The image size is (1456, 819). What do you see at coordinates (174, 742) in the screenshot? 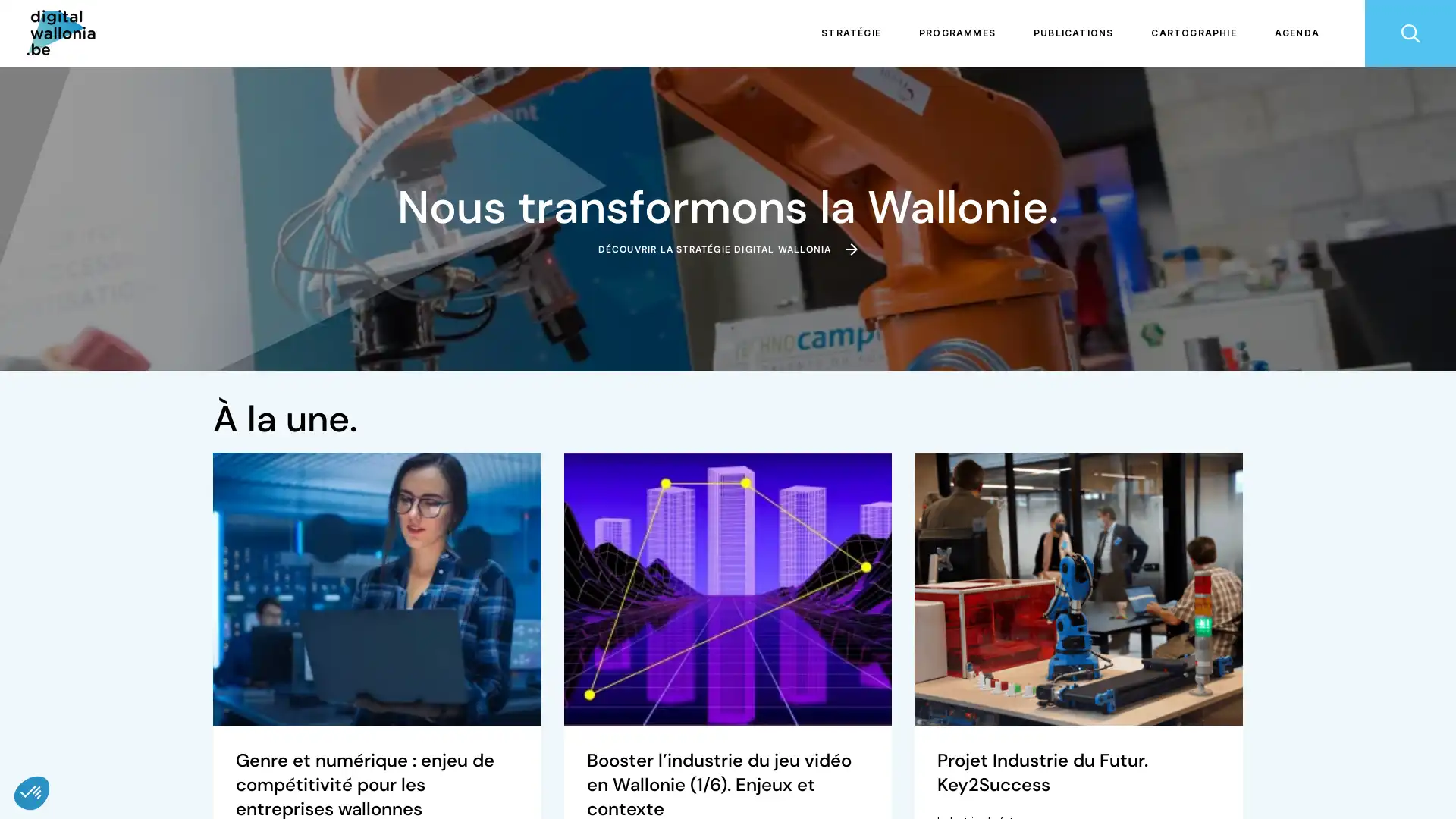
I see `Je choisis` at bounding box center [174, 742].